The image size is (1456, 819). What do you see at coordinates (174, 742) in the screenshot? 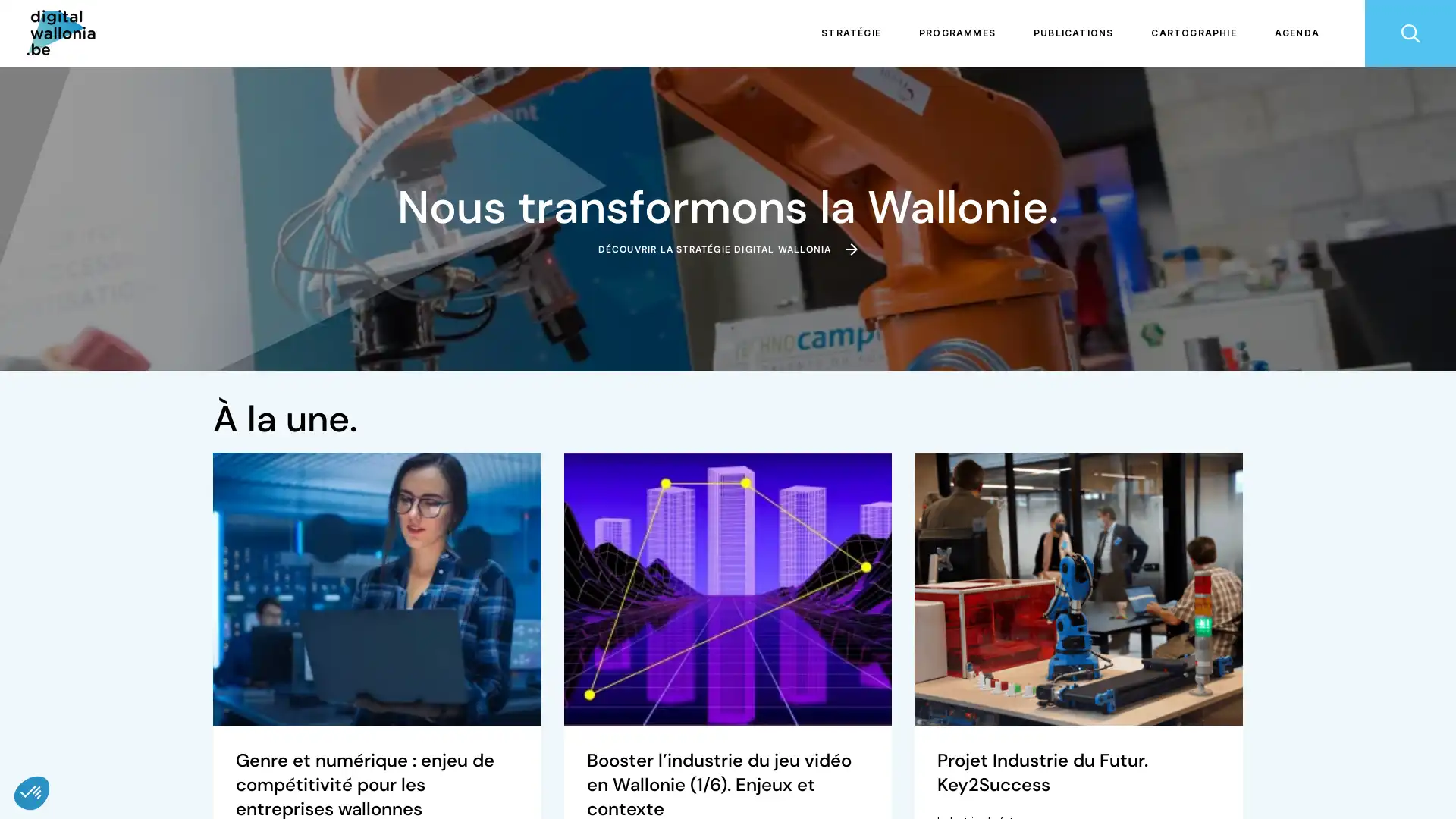
I see `Je choisis` at bounding box center [174, 742].